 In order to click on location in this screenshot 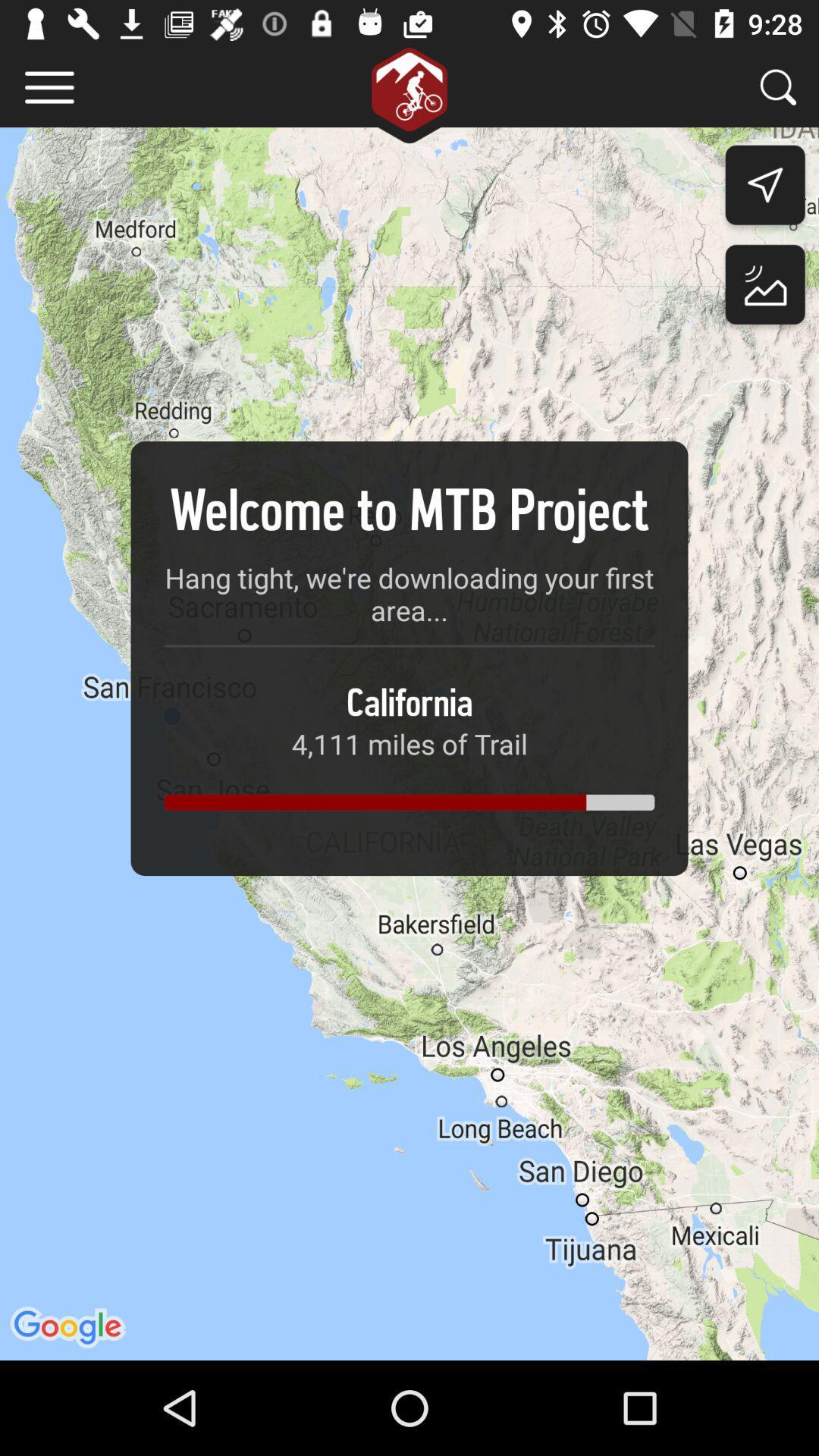, I will do `click(765, 288)`.